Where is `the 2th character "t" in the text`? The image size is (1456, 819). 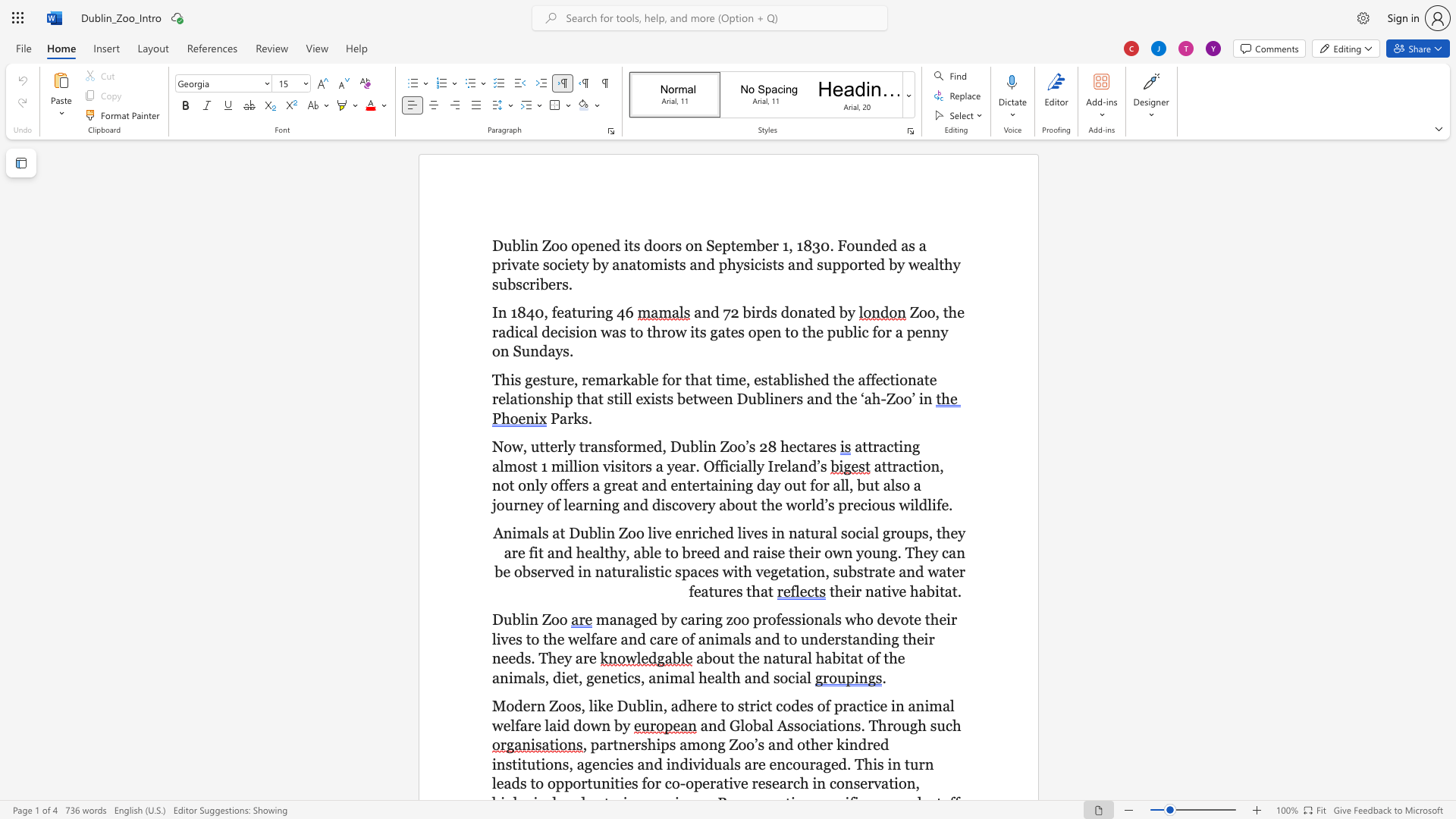
the 2th character "t" in the text is located at coordinates (657, 572).